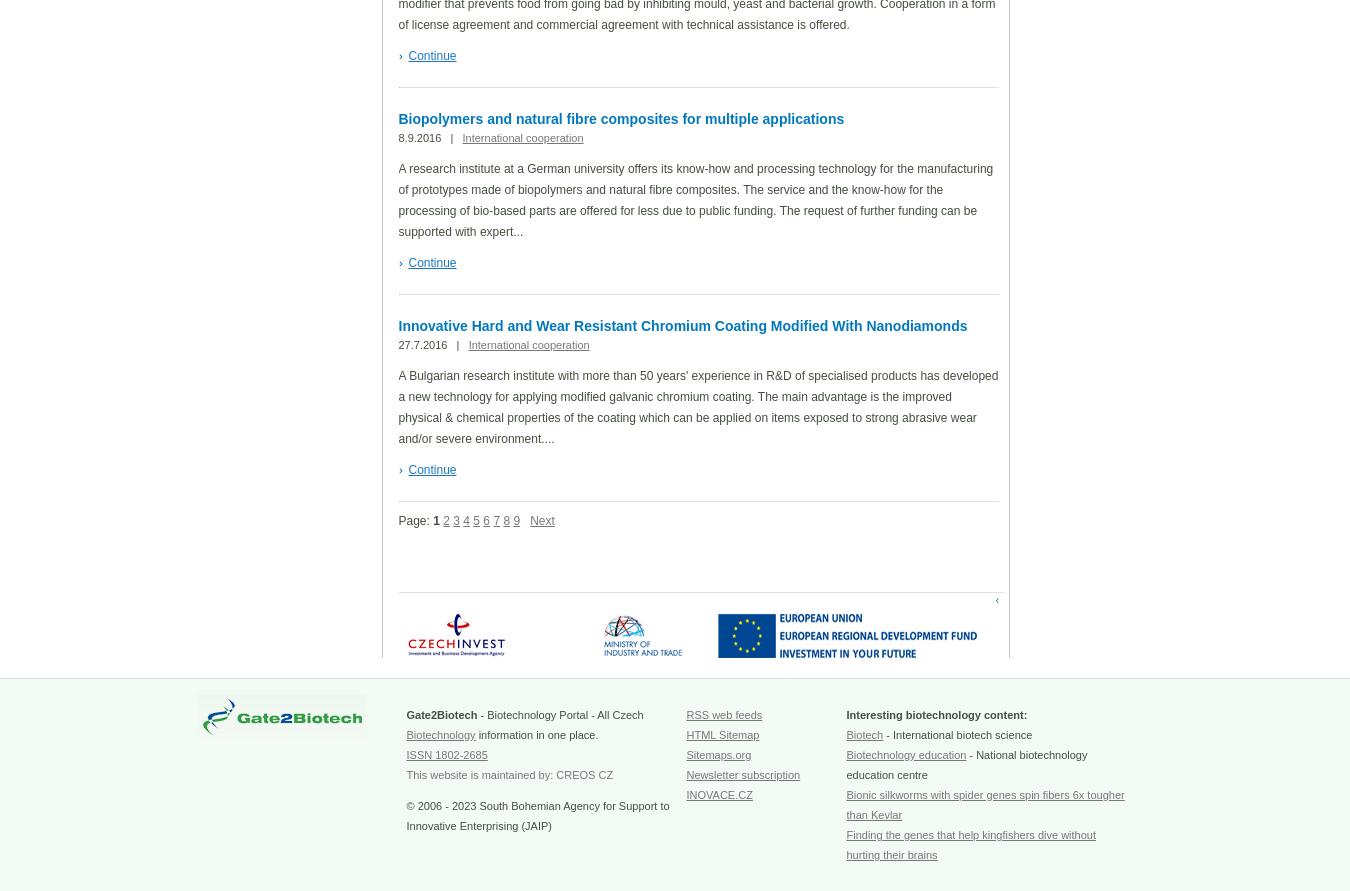 This screenshot has height=891, width=1350. Describe the element at coordinates (508, 774) in the screenshot. I see `'This website is maintained by: CREOS CZ'` at that location.